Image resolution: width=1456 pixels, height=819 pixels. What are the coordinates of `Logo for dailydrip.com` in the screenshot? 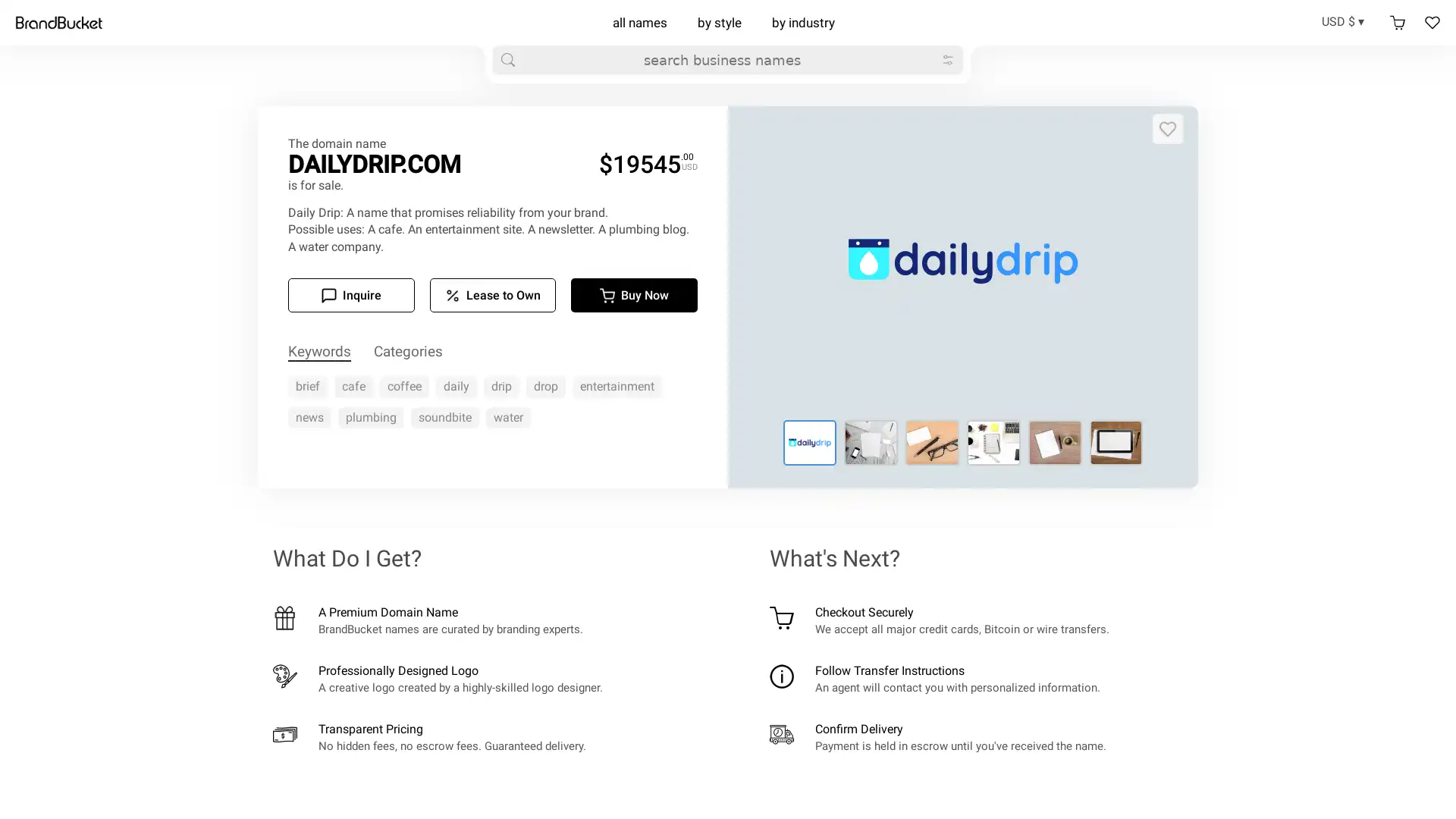 It's located at (1116, 442).